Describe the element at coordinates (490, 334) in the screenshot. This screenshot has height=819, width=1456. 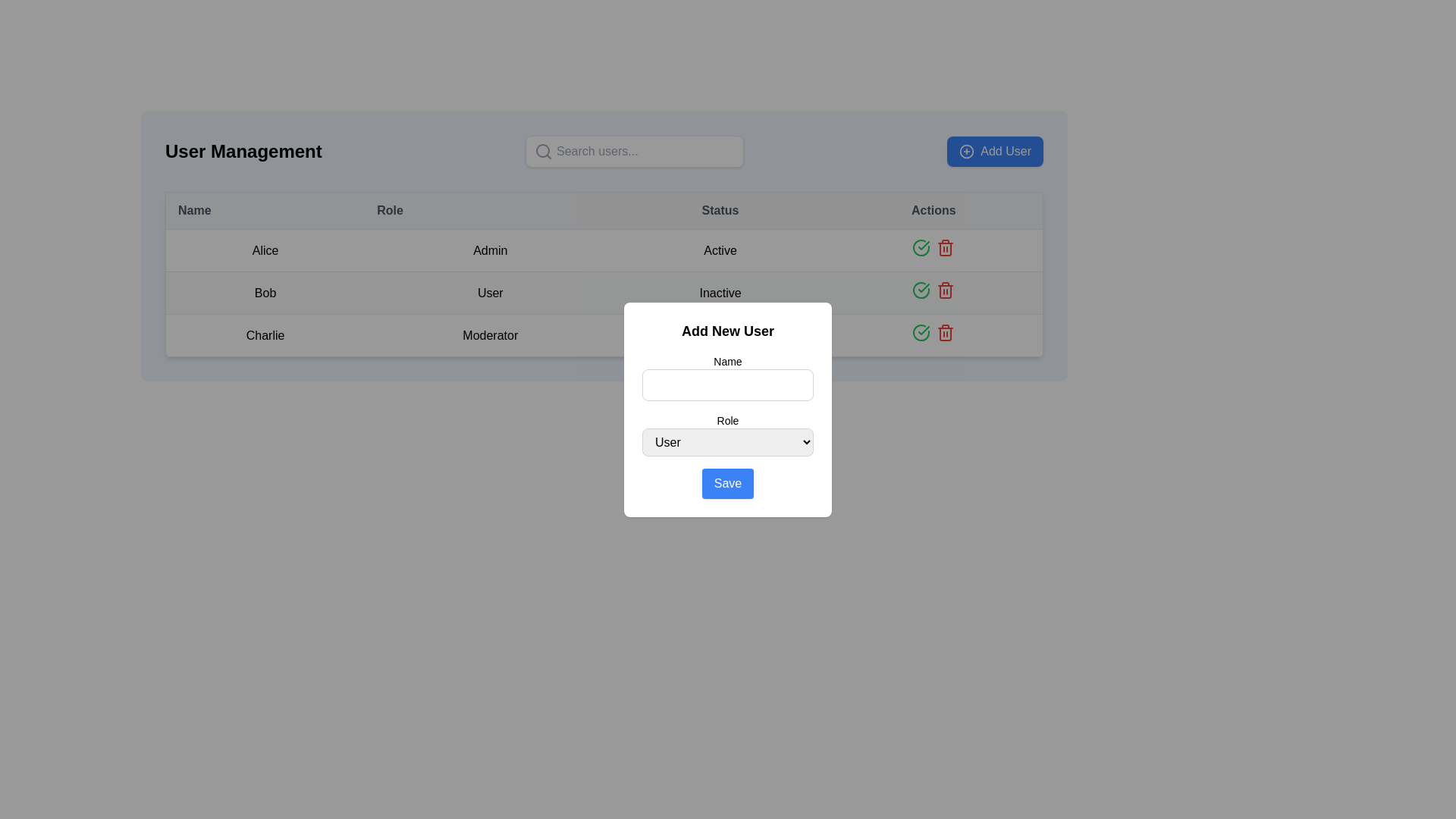
I see `the table cell containing the text 'Moderator' in the 'Role' column for the user 'Charlie'` at that location.